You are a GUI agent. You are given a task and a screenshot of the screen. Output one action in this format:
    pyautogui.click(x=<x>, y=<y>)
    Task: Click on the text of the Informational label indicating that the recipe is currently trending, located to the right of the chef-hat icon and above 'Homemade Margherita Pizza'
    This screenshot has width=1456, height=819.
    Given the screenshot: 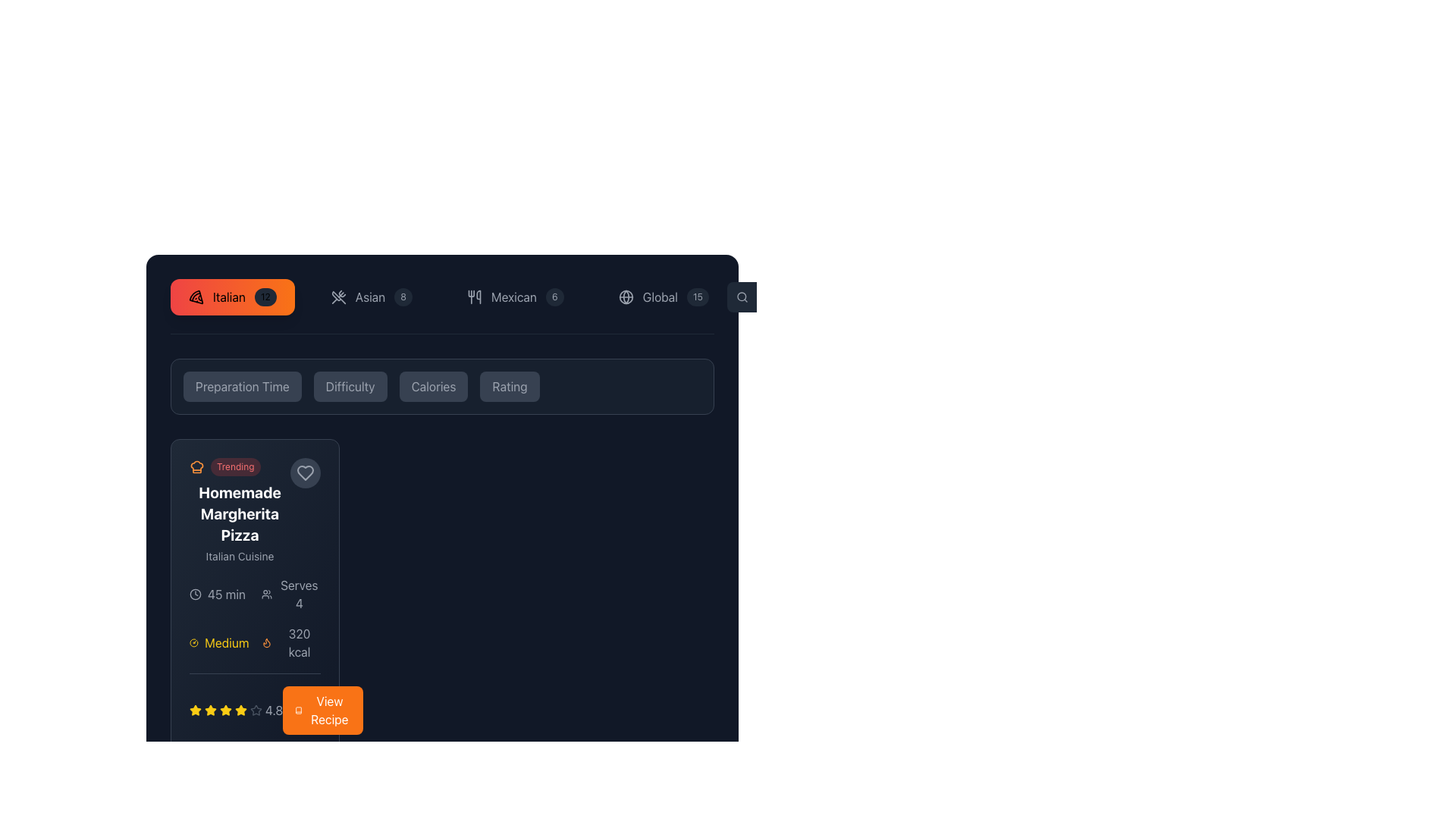 What is the action you would take?
    pyautogui.click(x=234, y=466)
    